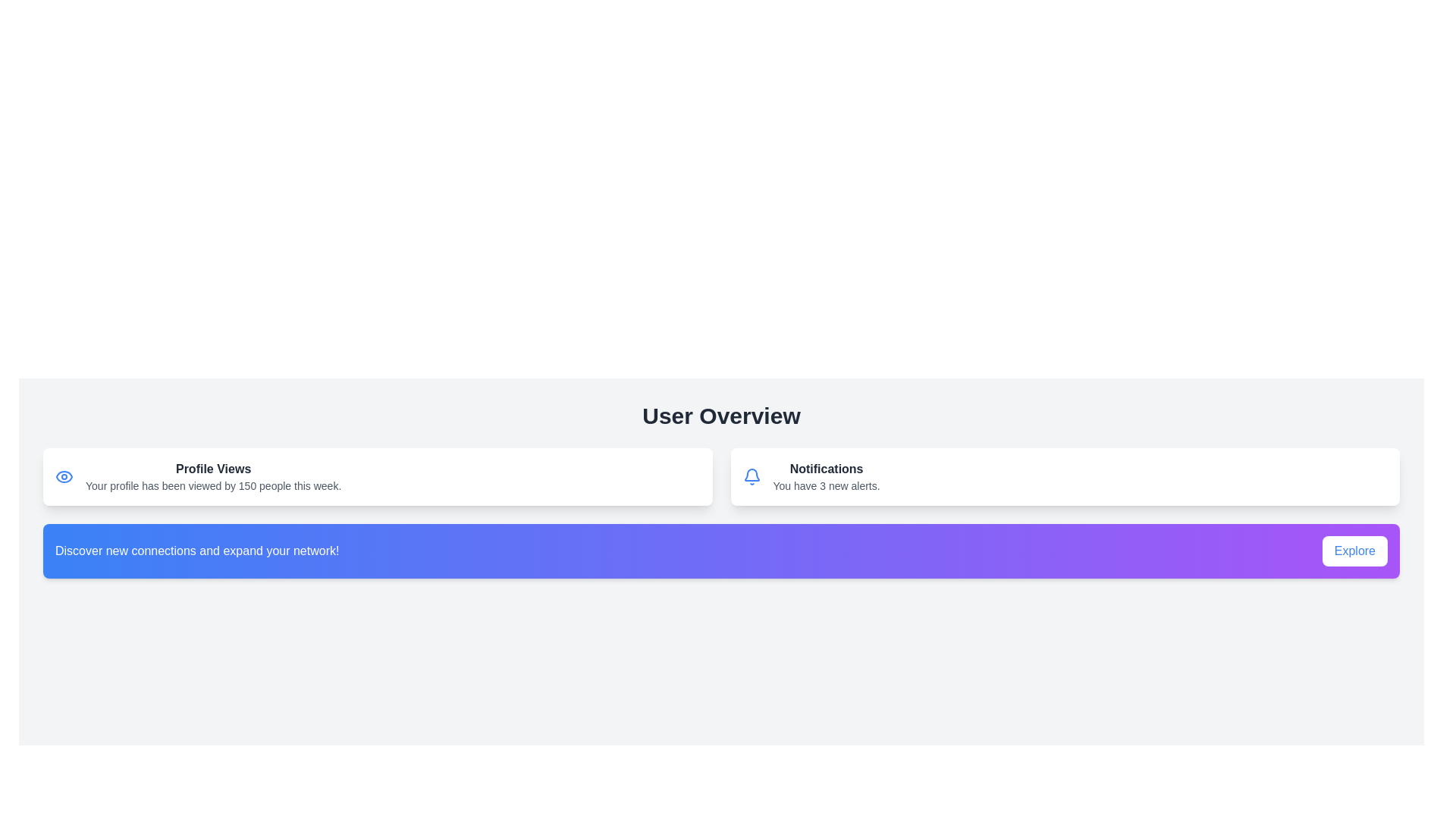 This screenshot has height=819, width=1456. What do you see at coordinates (720, 551) in the screenshot?
I see `displayed message on the Call-to-action banner located at the bottom of the 'User Overview' section, which features a prominent 'Explore' button` at bounding box center [720, 551].